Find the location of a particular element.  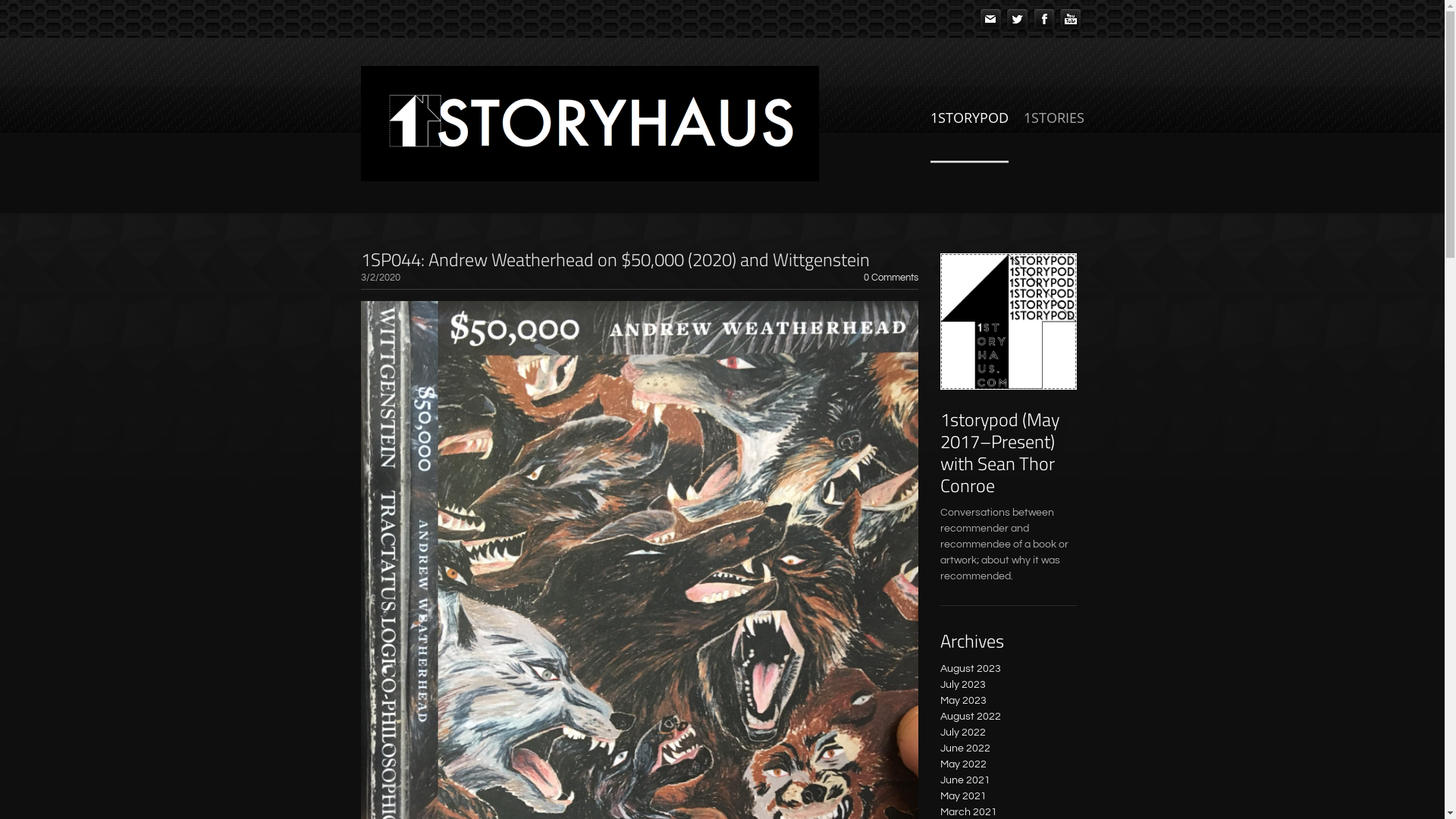

'June 2022' is located at coordinates (964, 748).